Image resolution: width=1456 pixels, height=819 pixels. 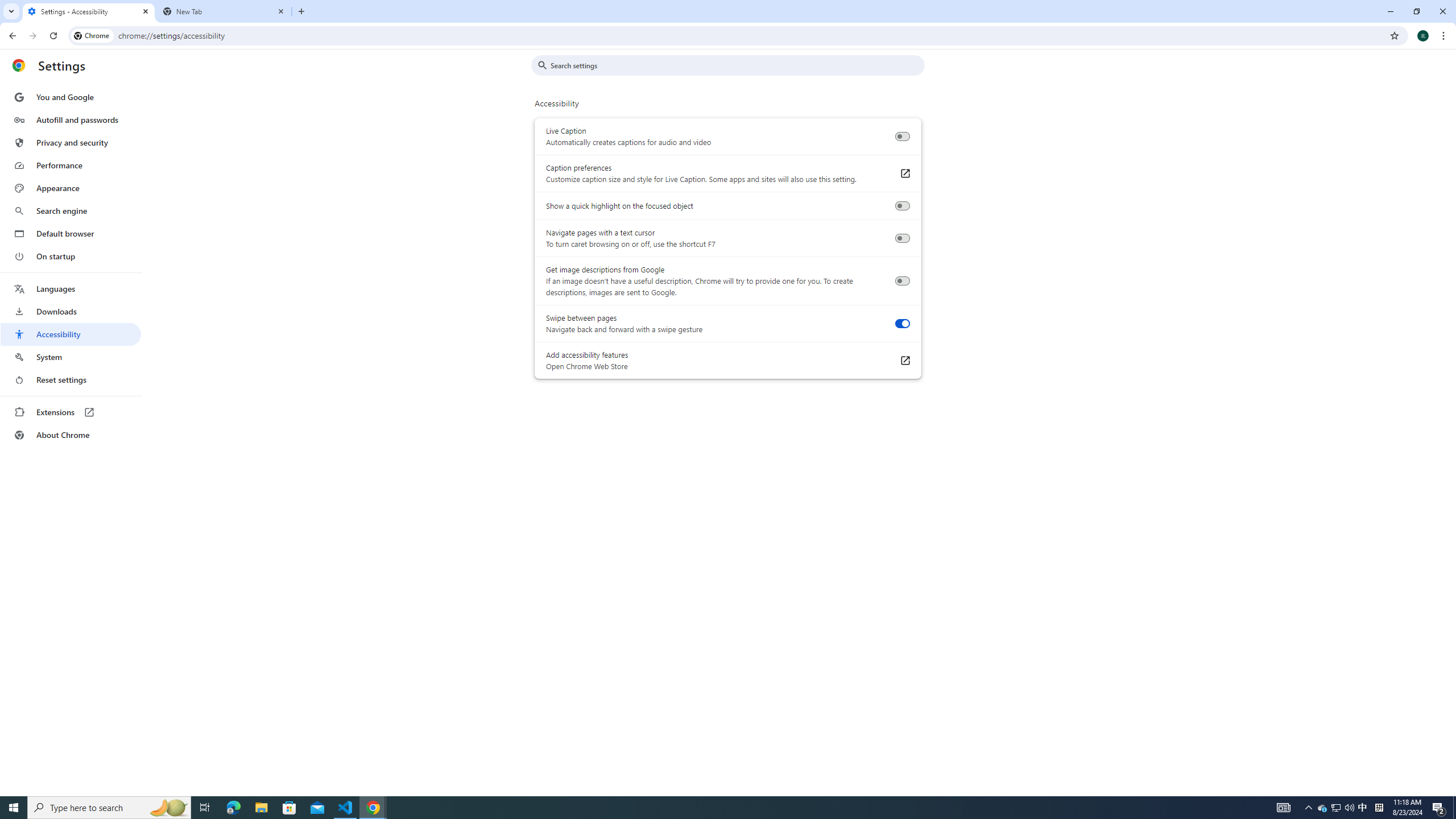 What do you see at coordinates (904, 360) in the screenshot?
I see `'Add accessibility features Open Chrome Web Store'` at bounding box center [904, 360].